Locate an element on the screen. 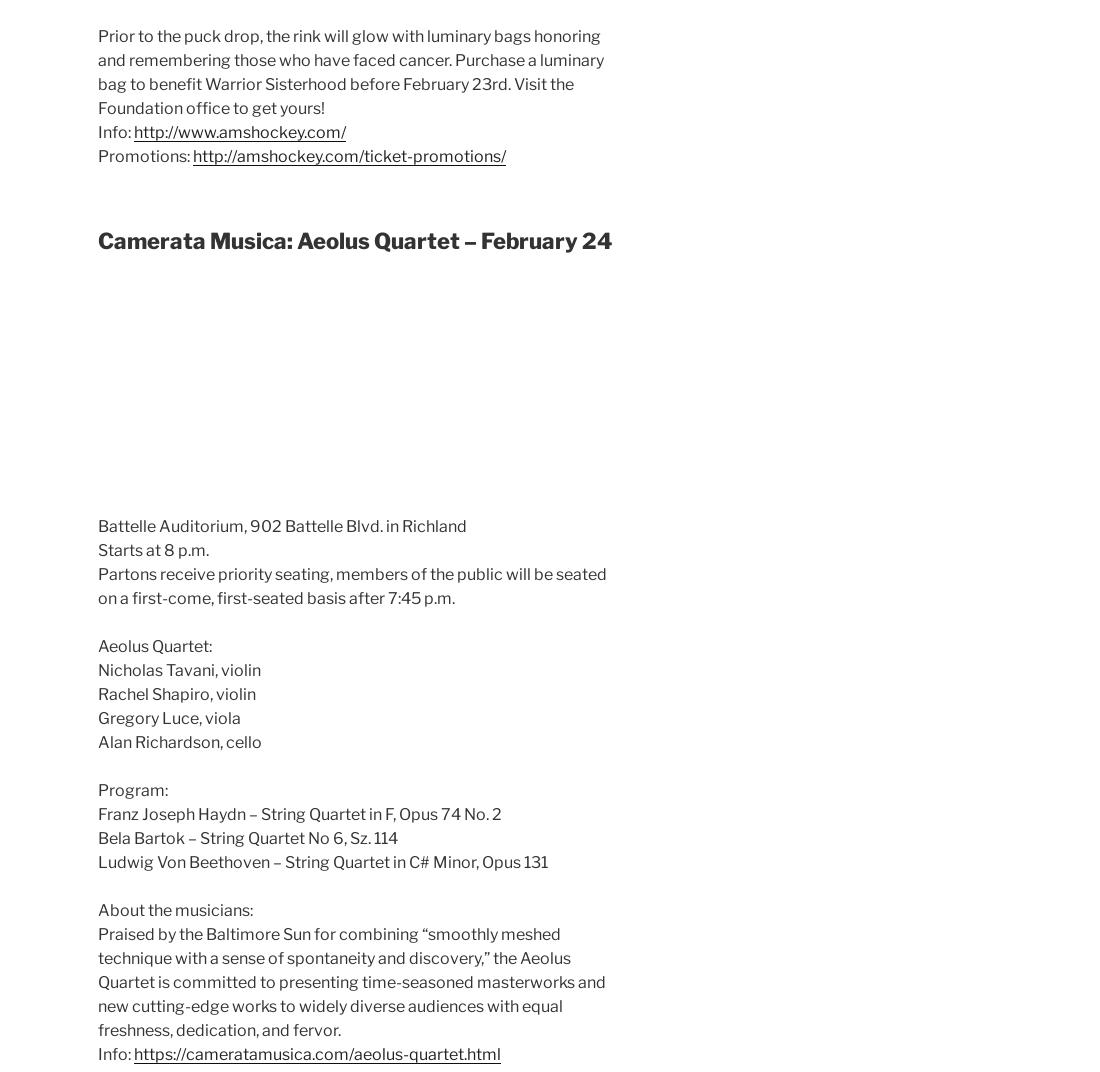  'http://amshockey.com/ticket-promotions/' is located at coordinates (349, 154).